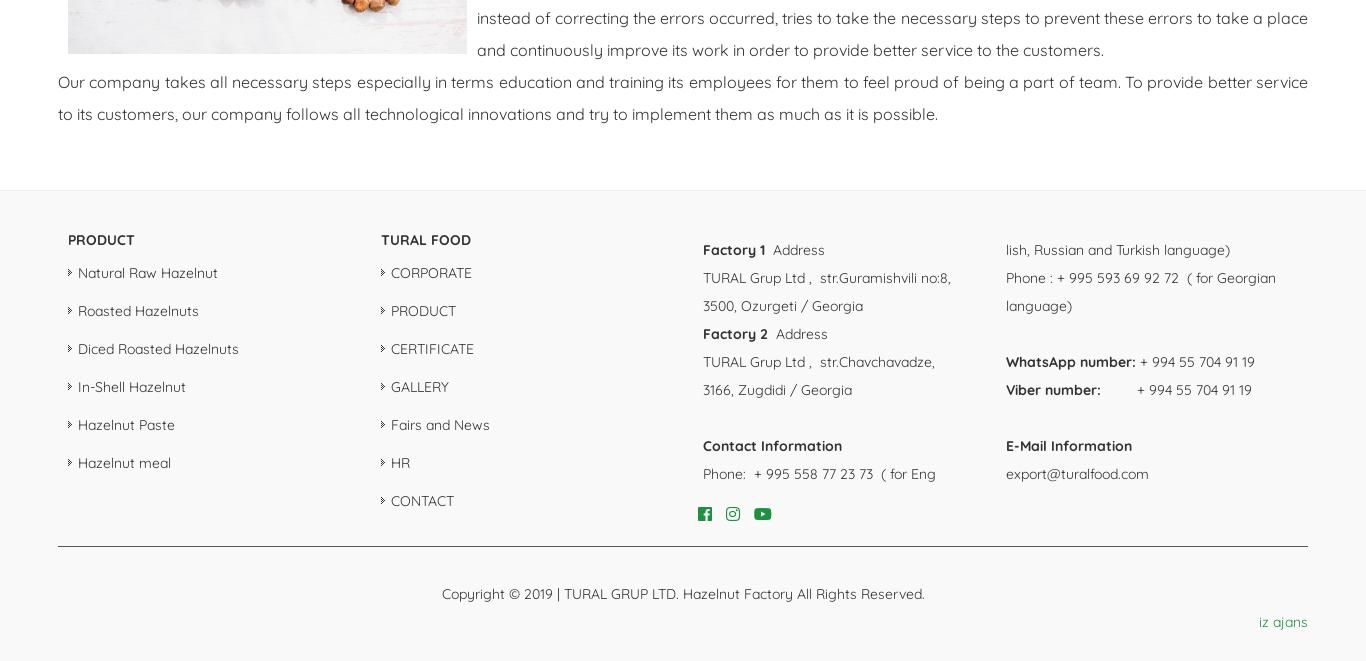 This screenshot has height=661, width=1366. I want to click on 'E-Mail Information', so click(1004, 445).